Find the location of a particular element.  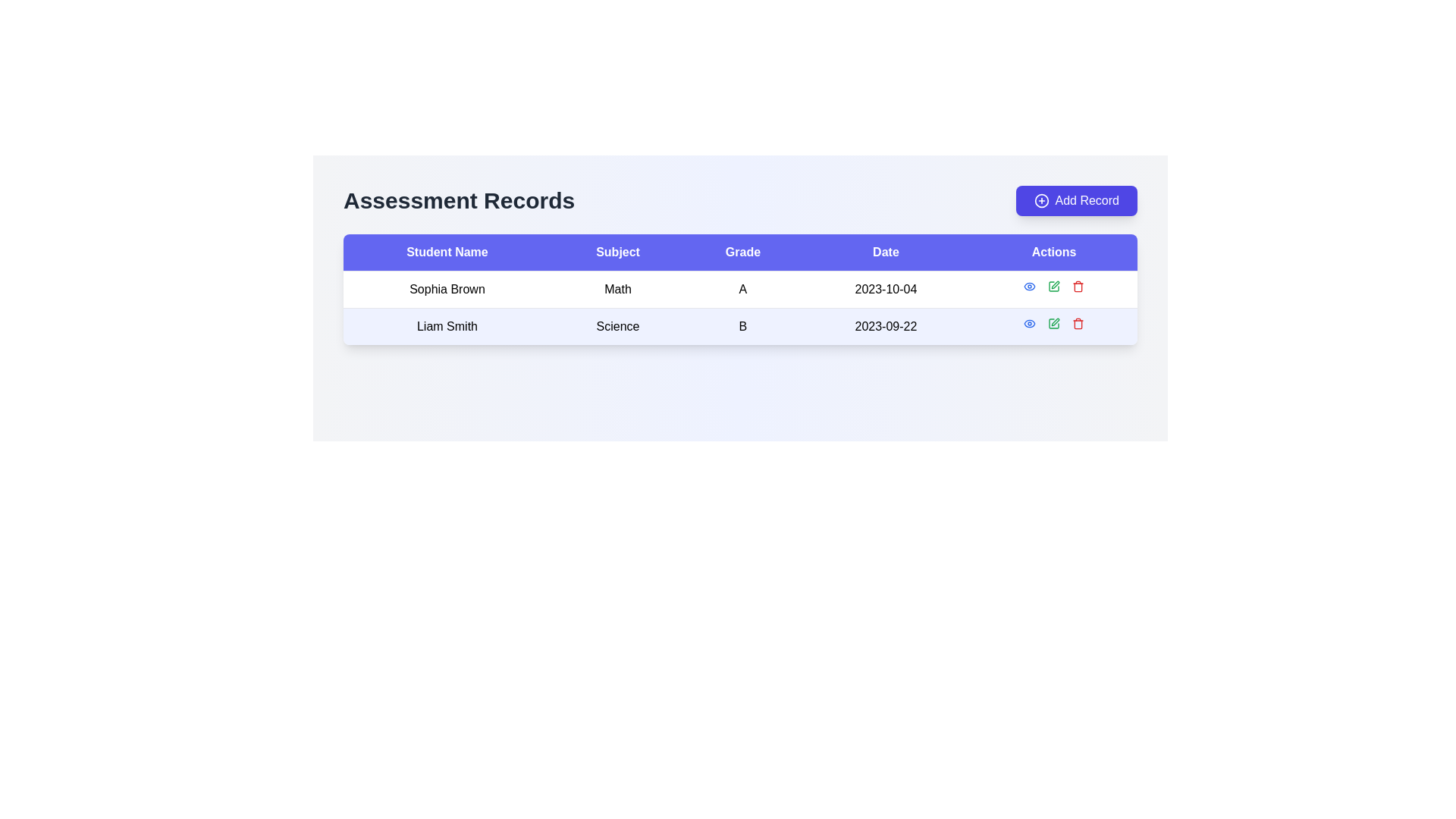

the 'Student Name' label, which is a purple rectangular area with white text centered within it, located at the top-left corner of the table headers is located at coordinates (447, 252).